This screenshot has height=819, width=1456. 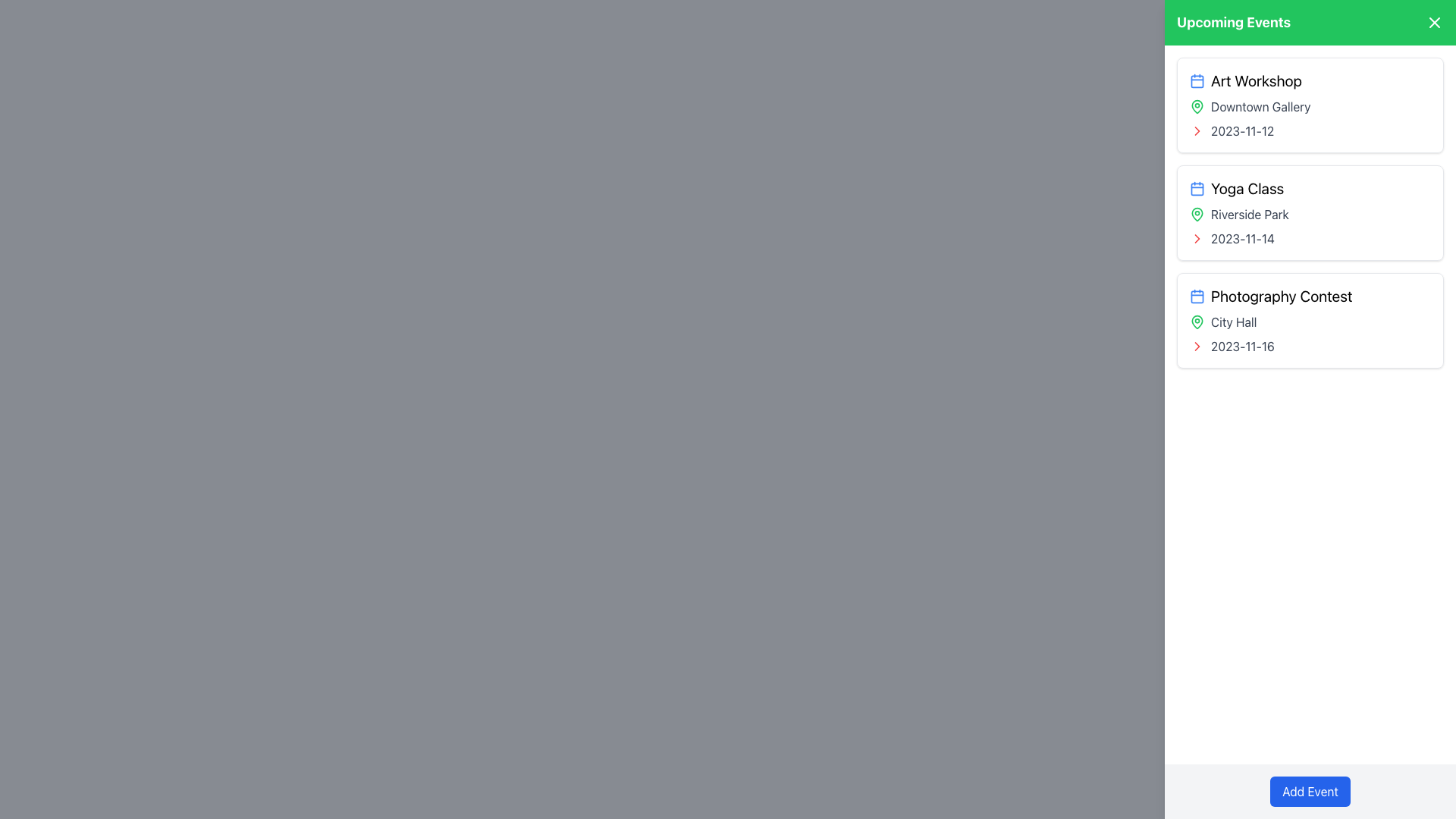 I want to click on the green location pin icon that is located immediately to the left of the 'City Hall' label in the 'Photography Contest' section of the upcoming events list, so click(x=1197, y=321).